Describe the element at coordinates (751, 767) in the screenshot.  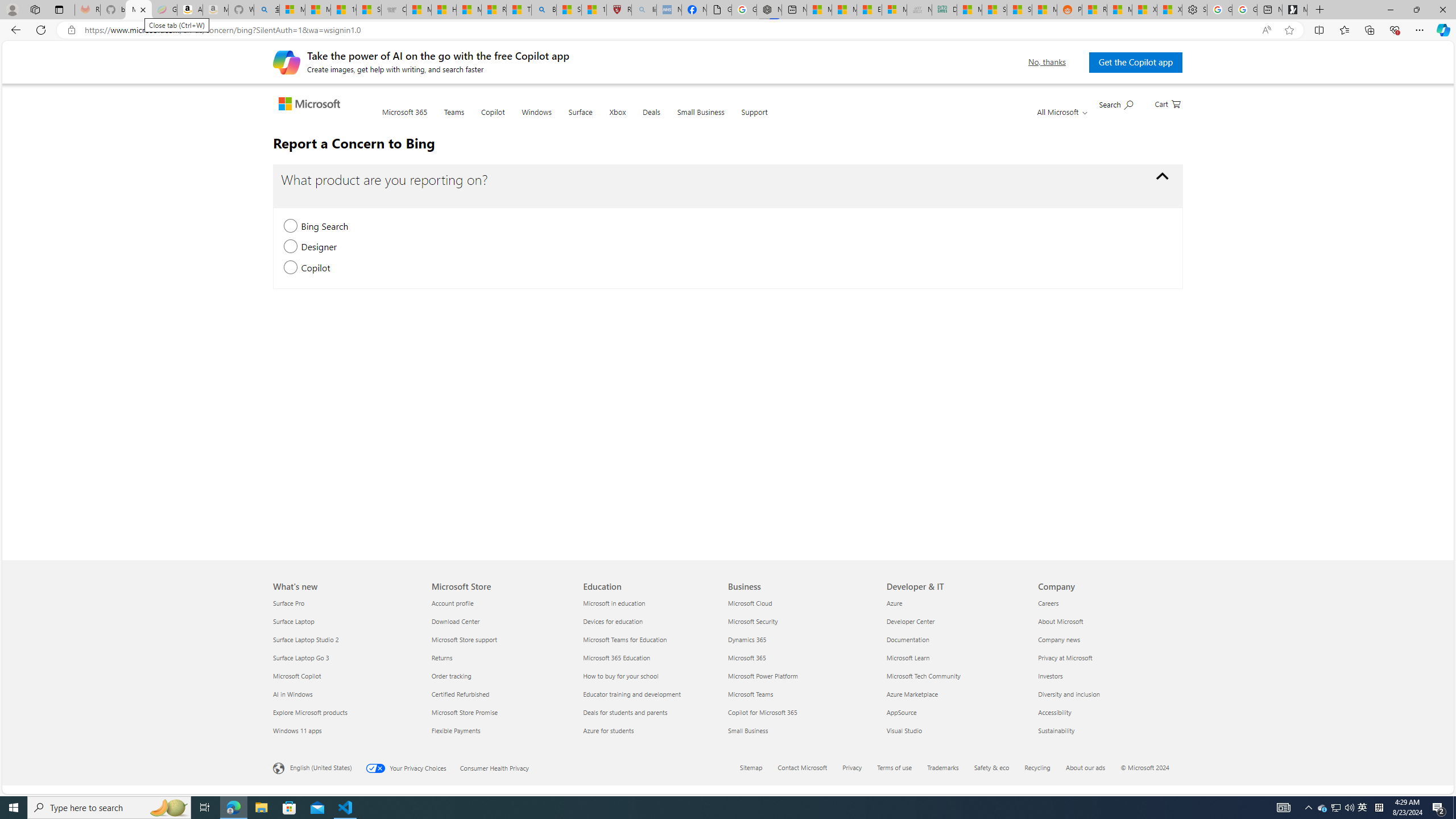
I see `'Sitemap'` at that location.